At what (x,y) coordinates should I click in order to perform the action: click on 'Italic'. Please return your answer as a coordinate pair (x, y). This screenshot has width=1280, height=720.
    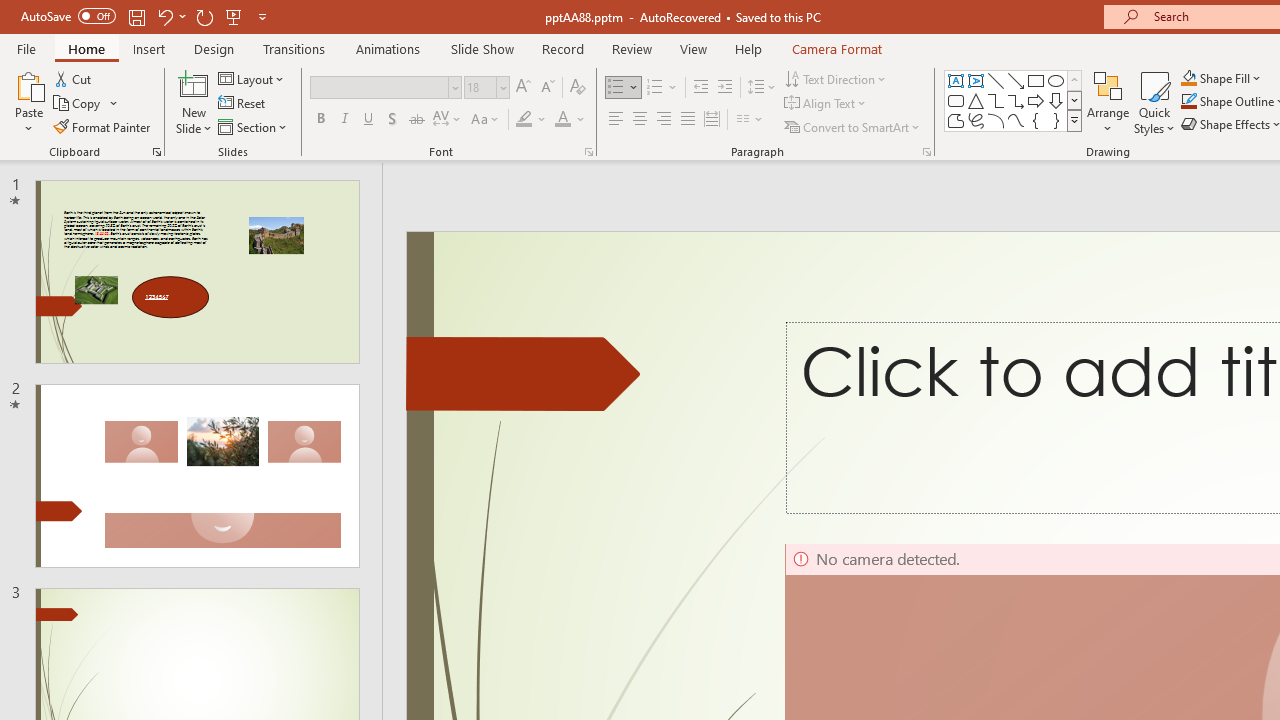
    Looking at the image, I should click on (344, 119).